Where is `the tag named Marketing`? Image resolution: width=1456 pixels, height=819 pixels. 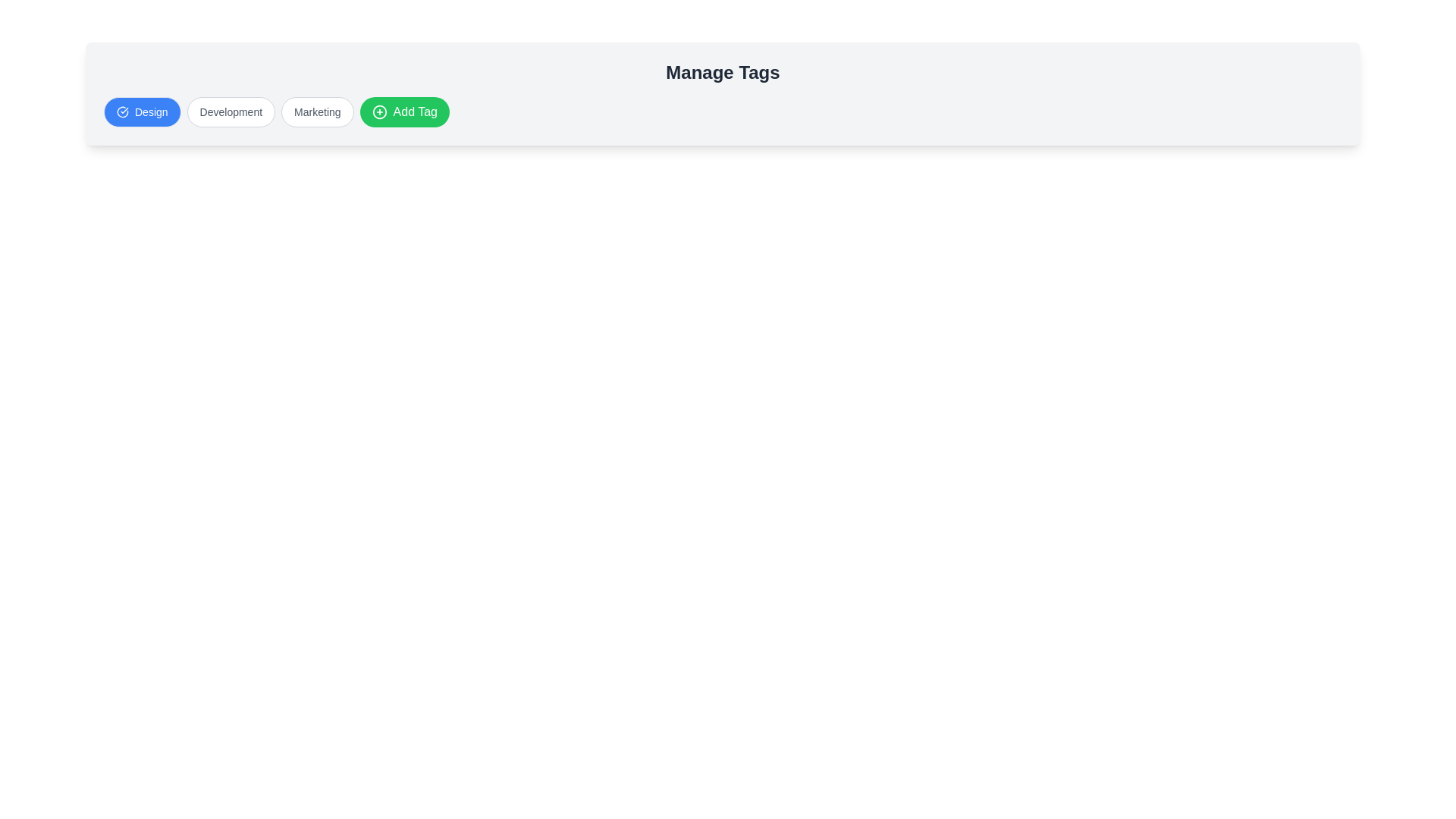 the tag named Marketing is located at coordinates (316, 111).